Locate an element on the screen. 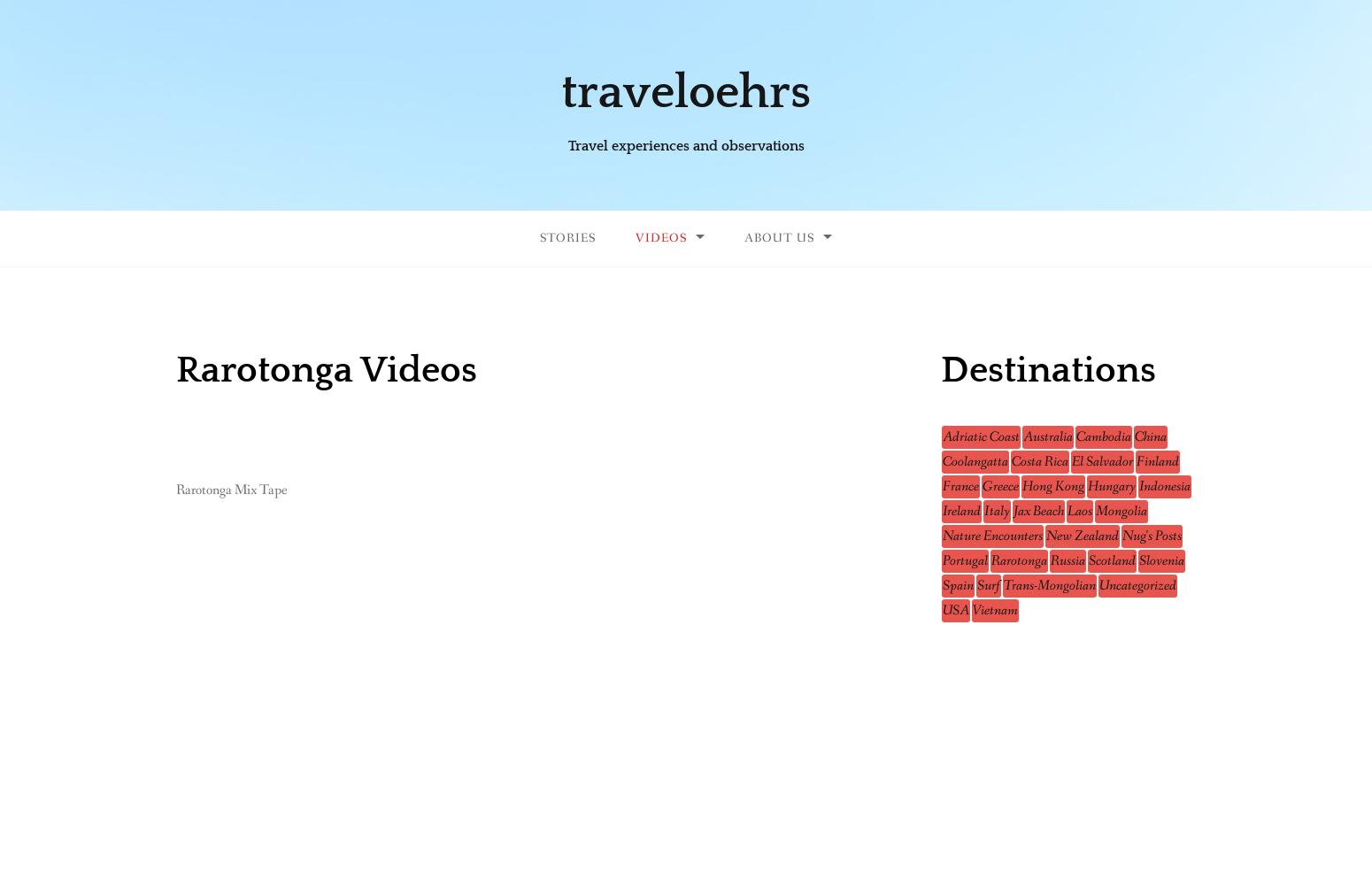 The height and width of the screenshot is (895, 1372). 'China' is located at coordinates (1134, 436).